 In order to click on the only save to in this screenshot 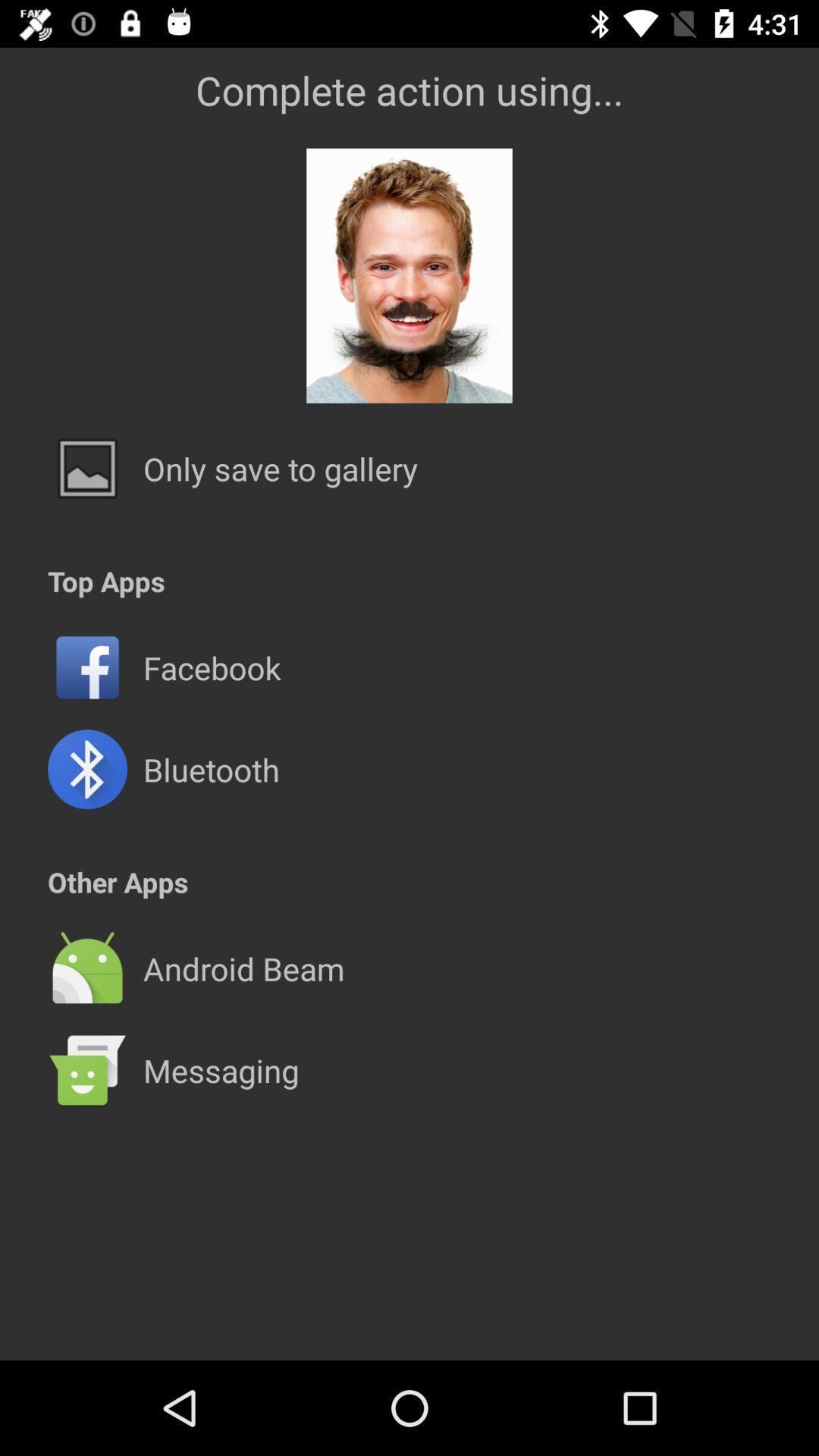, I will do `click(281, 468)`.